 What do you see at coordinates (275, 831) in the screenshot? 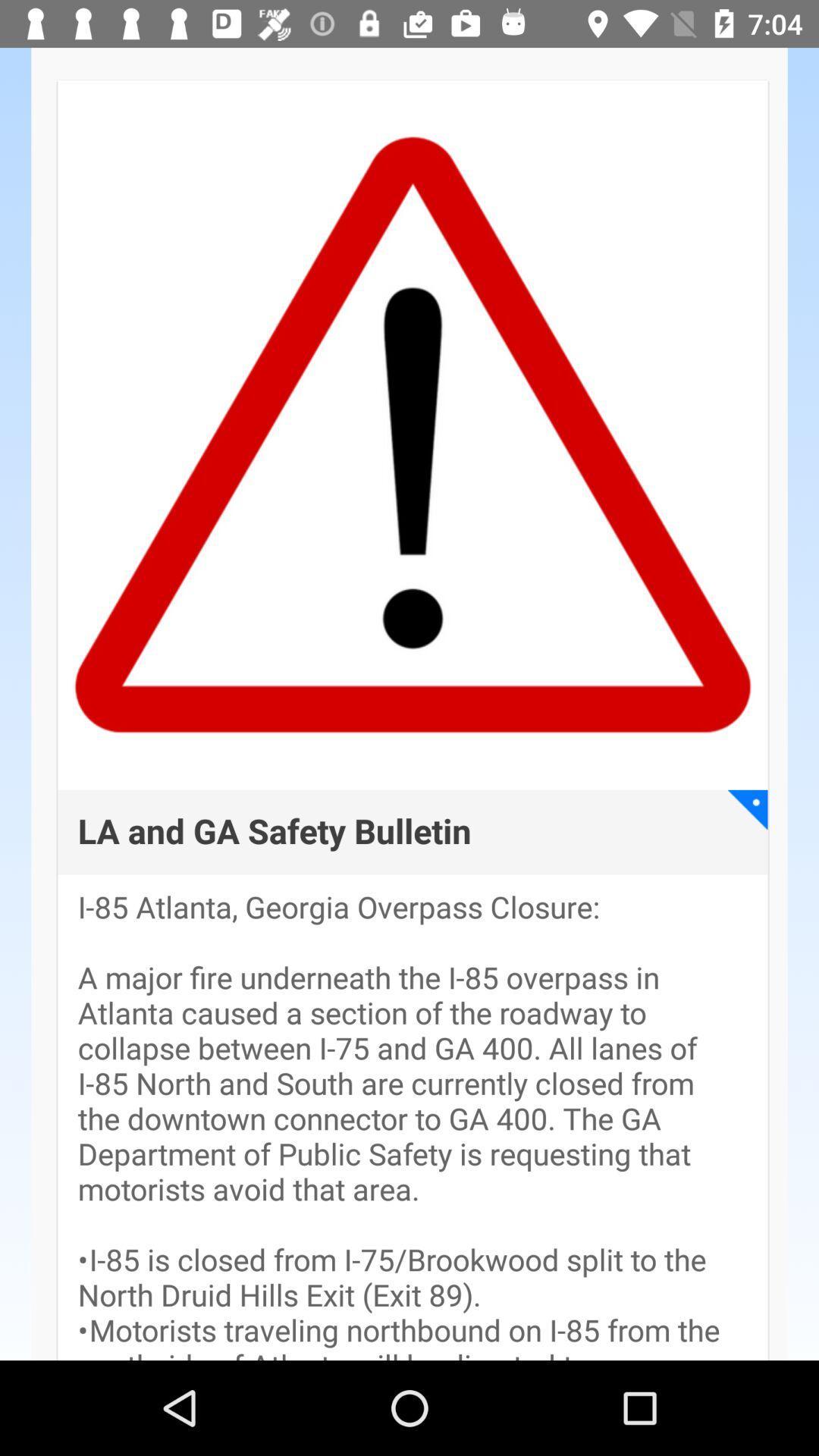
I see `the icon at the center` at bounding box center [275, 831].